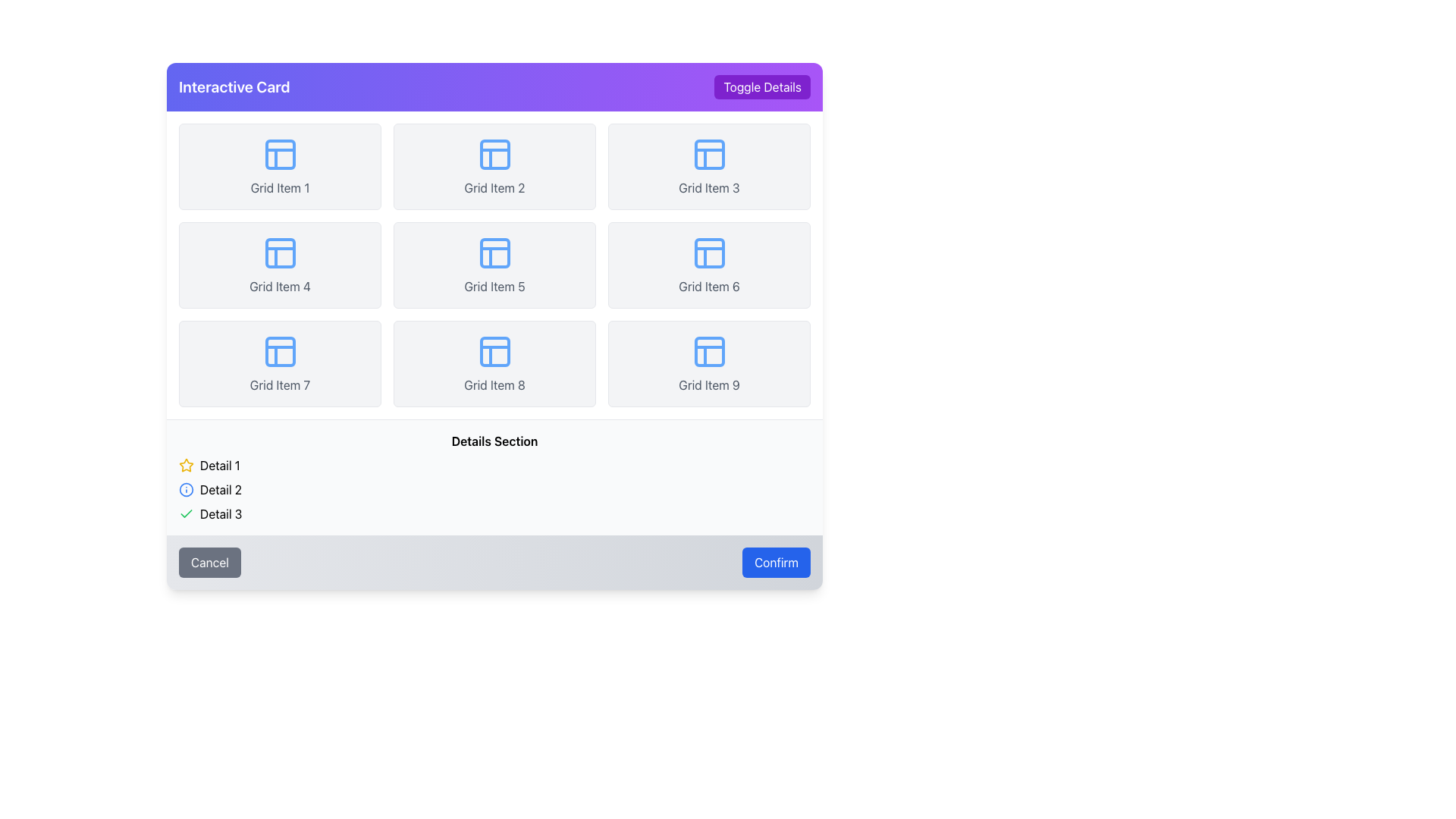 The image size is (1456, 819). What do you see at coordinates (220, 513) in the screenshot?
I see `the text label reading 'Detail 3', which is styled in a normal sans-serif font and located at the bottom of a vertical list of items, indicating a completed or selected status with a green checkmark icon adjacent to it` at bounding box center [220, 513].